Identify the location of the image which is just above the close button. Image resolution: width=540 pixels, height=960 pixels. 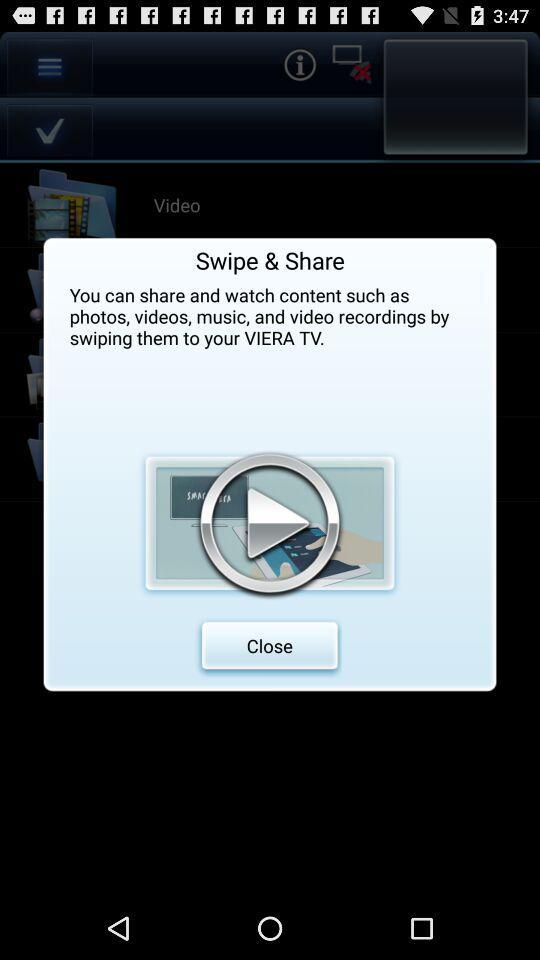
(270, 522).